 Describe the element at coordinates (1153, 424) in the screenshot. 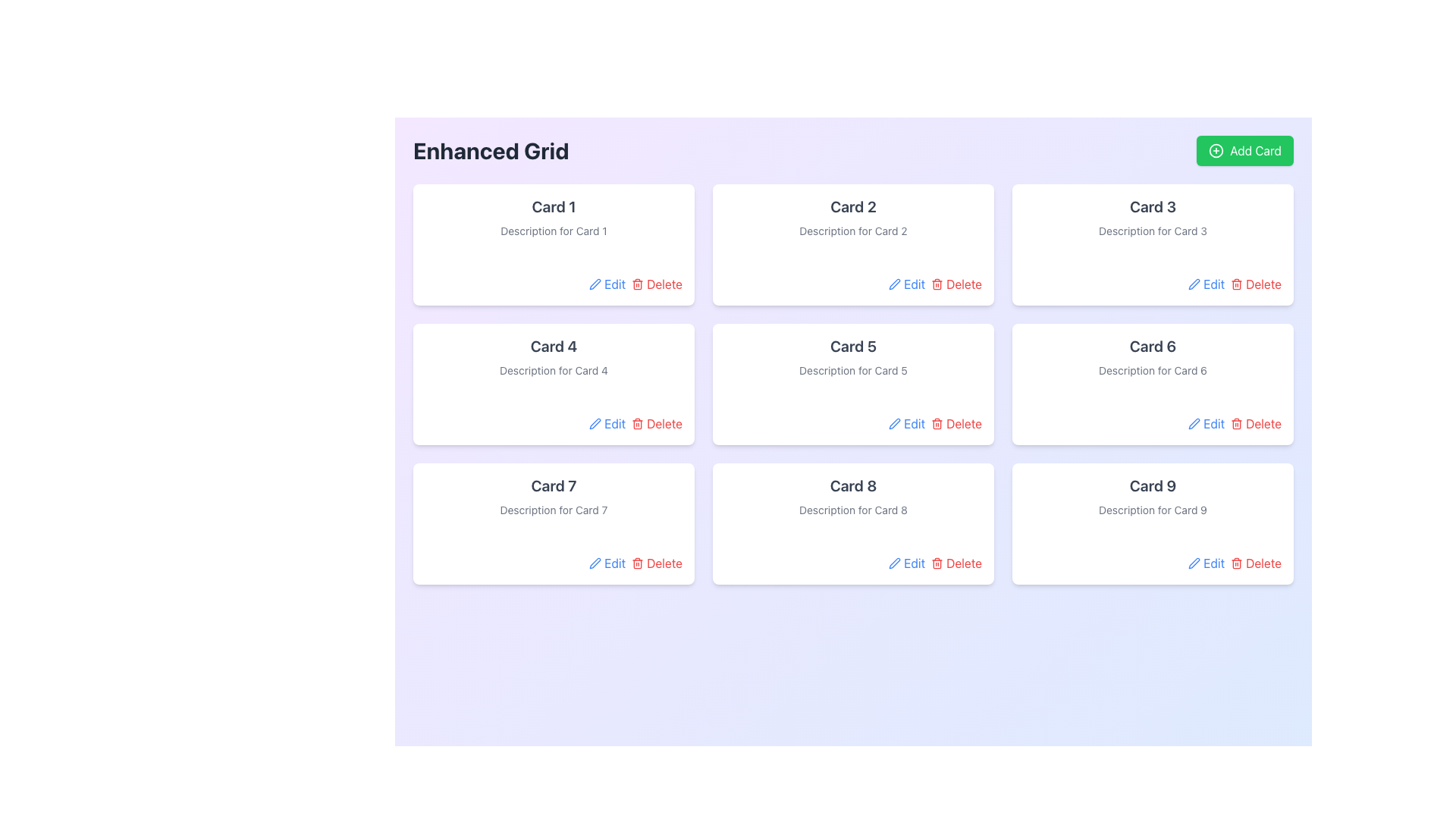

I see `the 'Delete' option in the interactive menu located at the bottom-right corner of 'Card 6'` at that location.